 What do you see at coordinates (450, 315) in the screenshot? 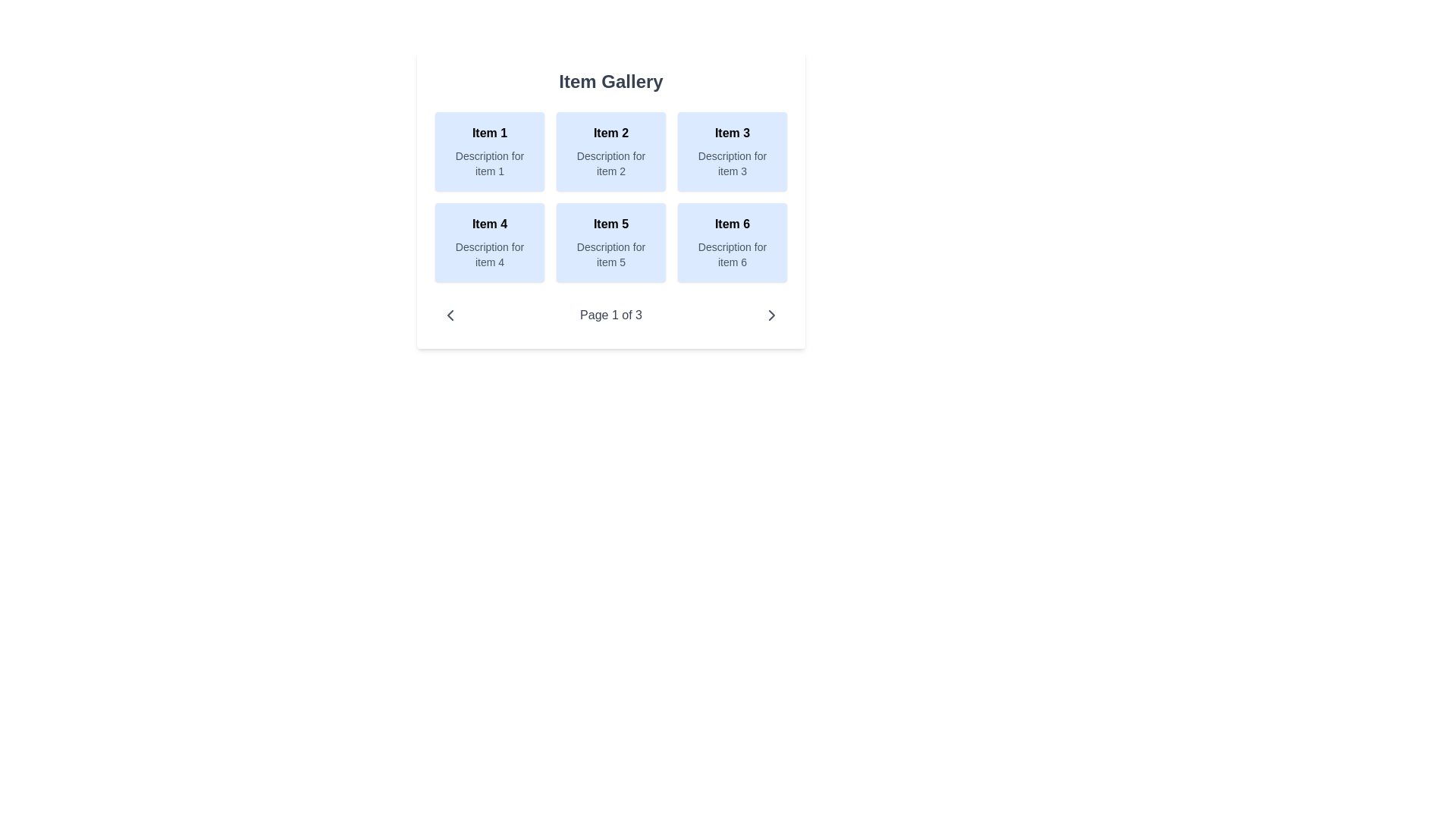
I see `the left-pointing chevron icon located at the bottom left side of the interface` at bounding box center [450, 315].